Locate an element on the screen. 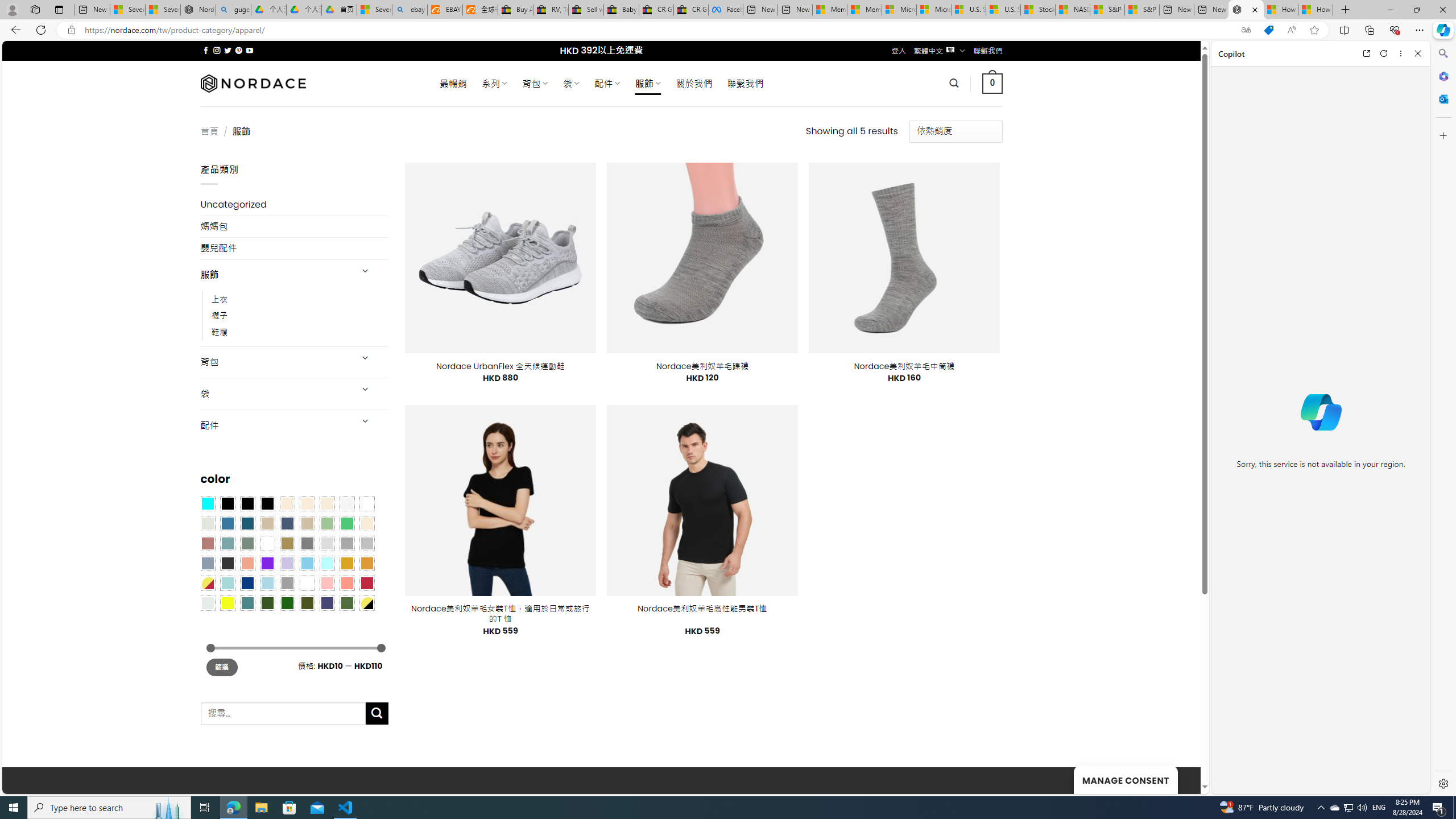 The image size is (1456, 819). 'Follow on Twitter' is located at coordinates (227, 50).